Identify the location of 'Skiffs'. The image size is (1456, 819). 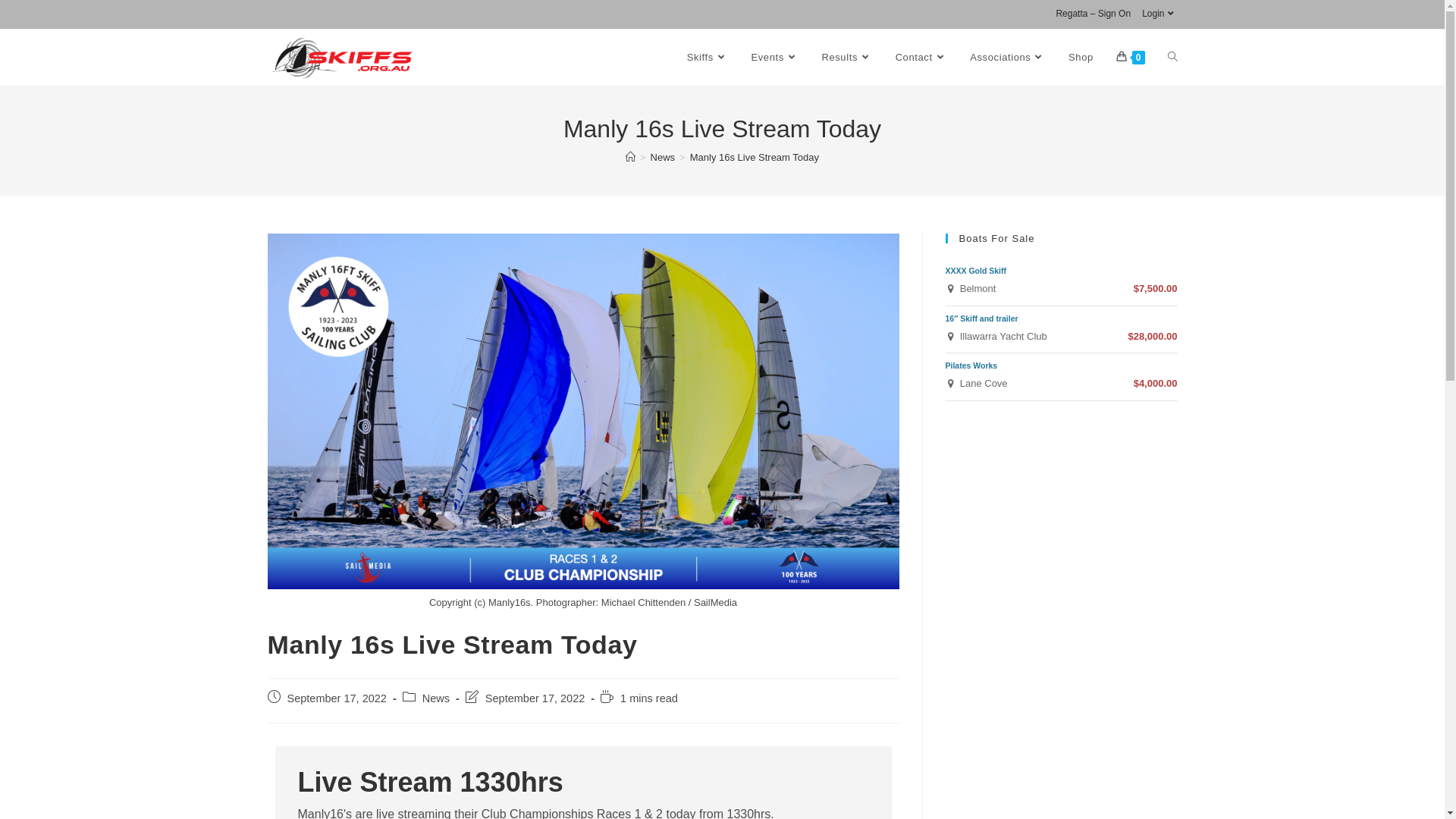
(707, 57).